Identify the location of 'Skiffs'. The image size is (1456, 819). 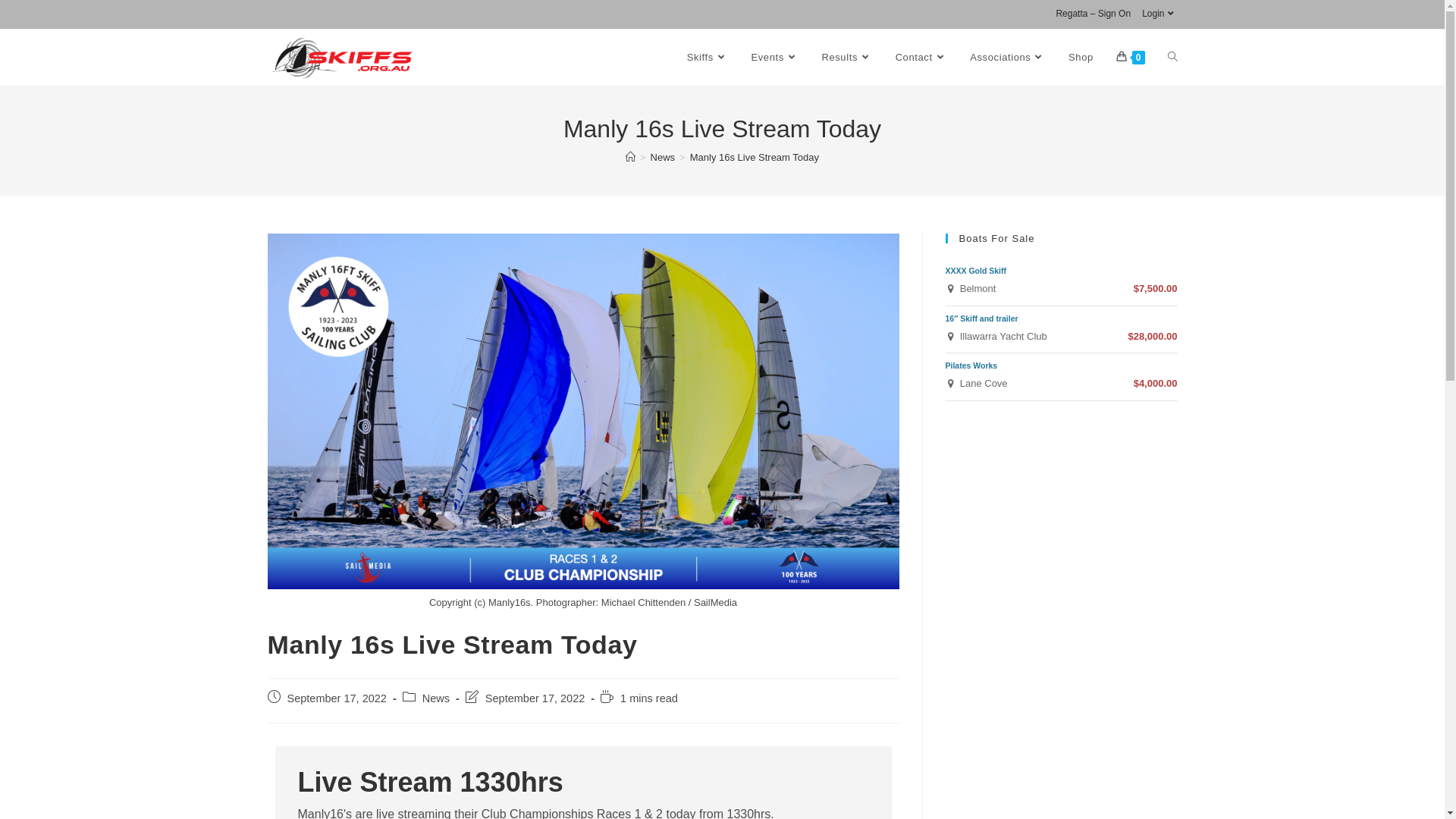
(707, 57).